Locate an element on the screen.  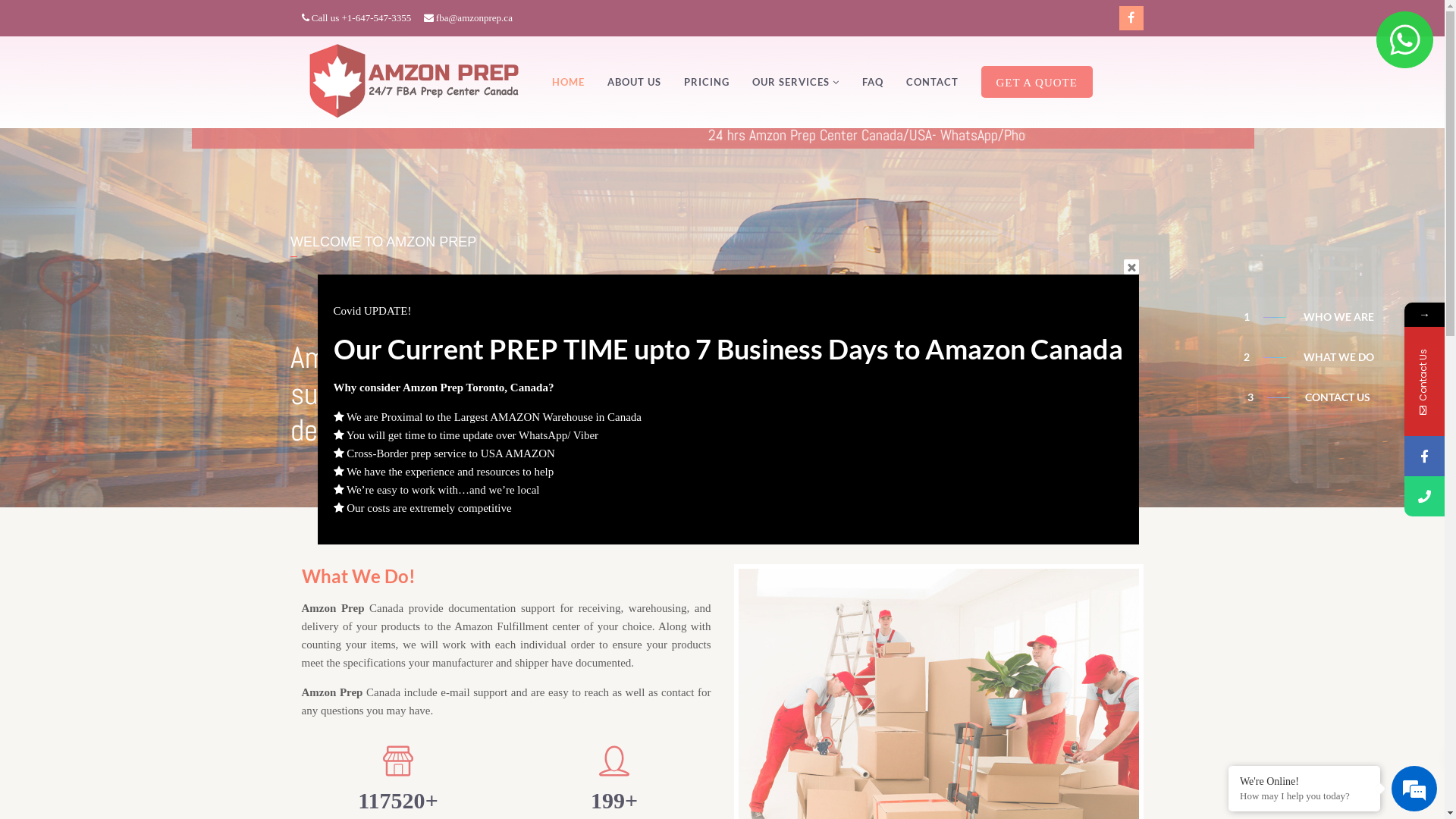
'CONTACT' is located at coordinates (905, 82).